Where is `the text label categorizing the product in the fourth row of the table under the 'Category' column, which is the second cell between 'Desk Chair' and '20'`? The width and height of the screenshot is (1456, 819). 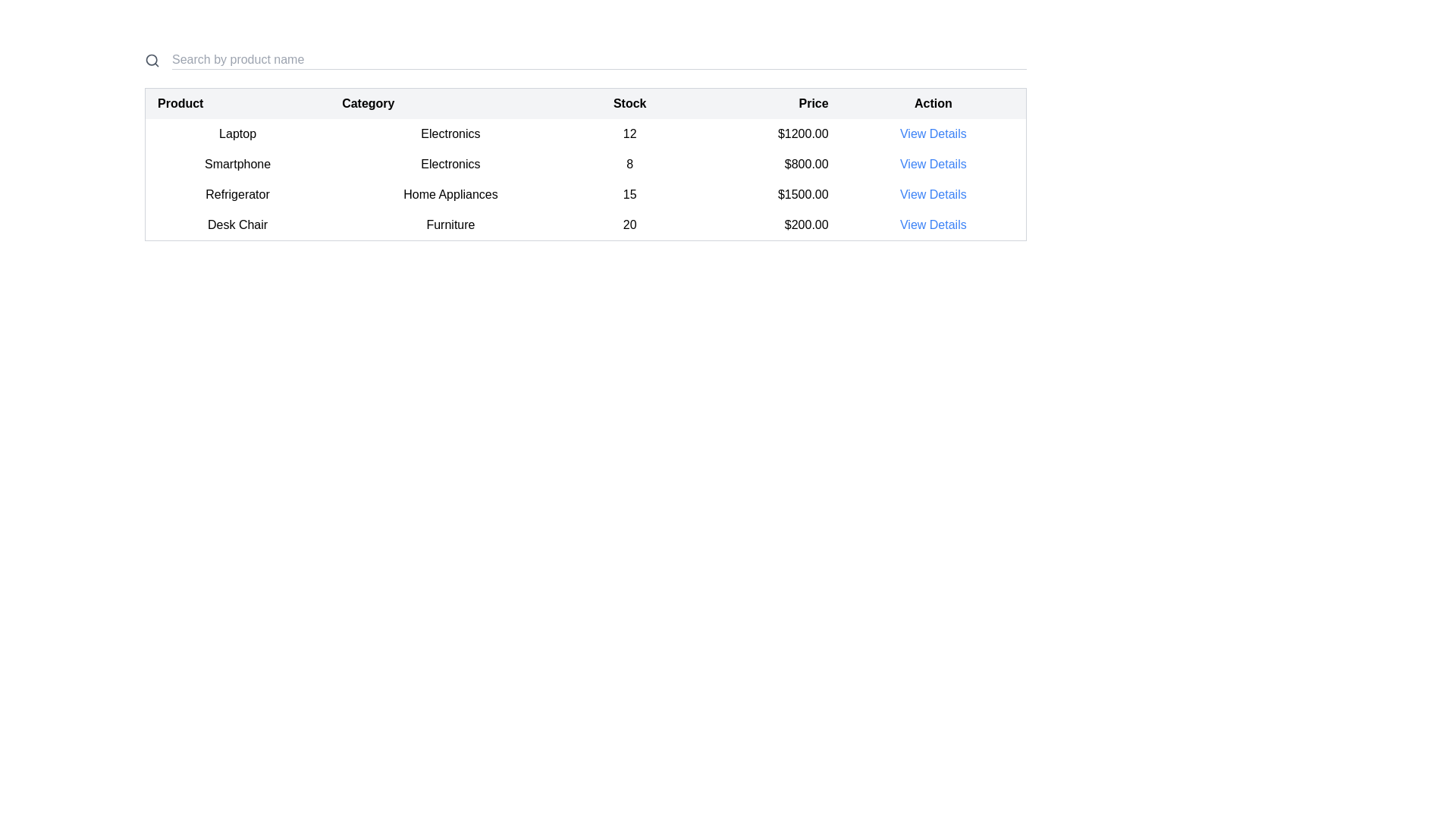
the text label categorizing the product in the fourth row of the table under the 'Category' column, which is the second cell between 'Desk Chair' and '20' is located at coordinates (450, 225).